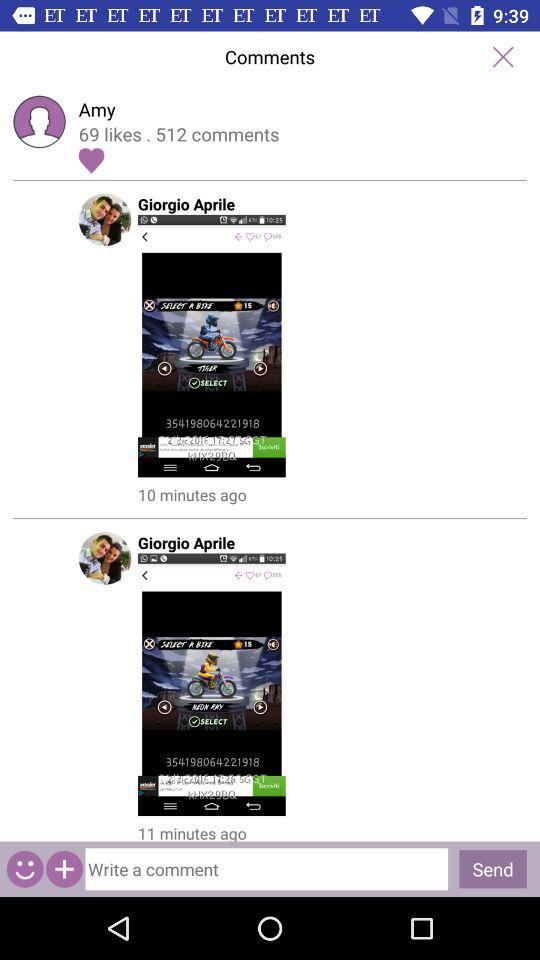 This screenshot has height=960, width=540. What do you see at coordinates (90, 159) in the screenshot?
I see `like user` at bounding box center [90, 159].